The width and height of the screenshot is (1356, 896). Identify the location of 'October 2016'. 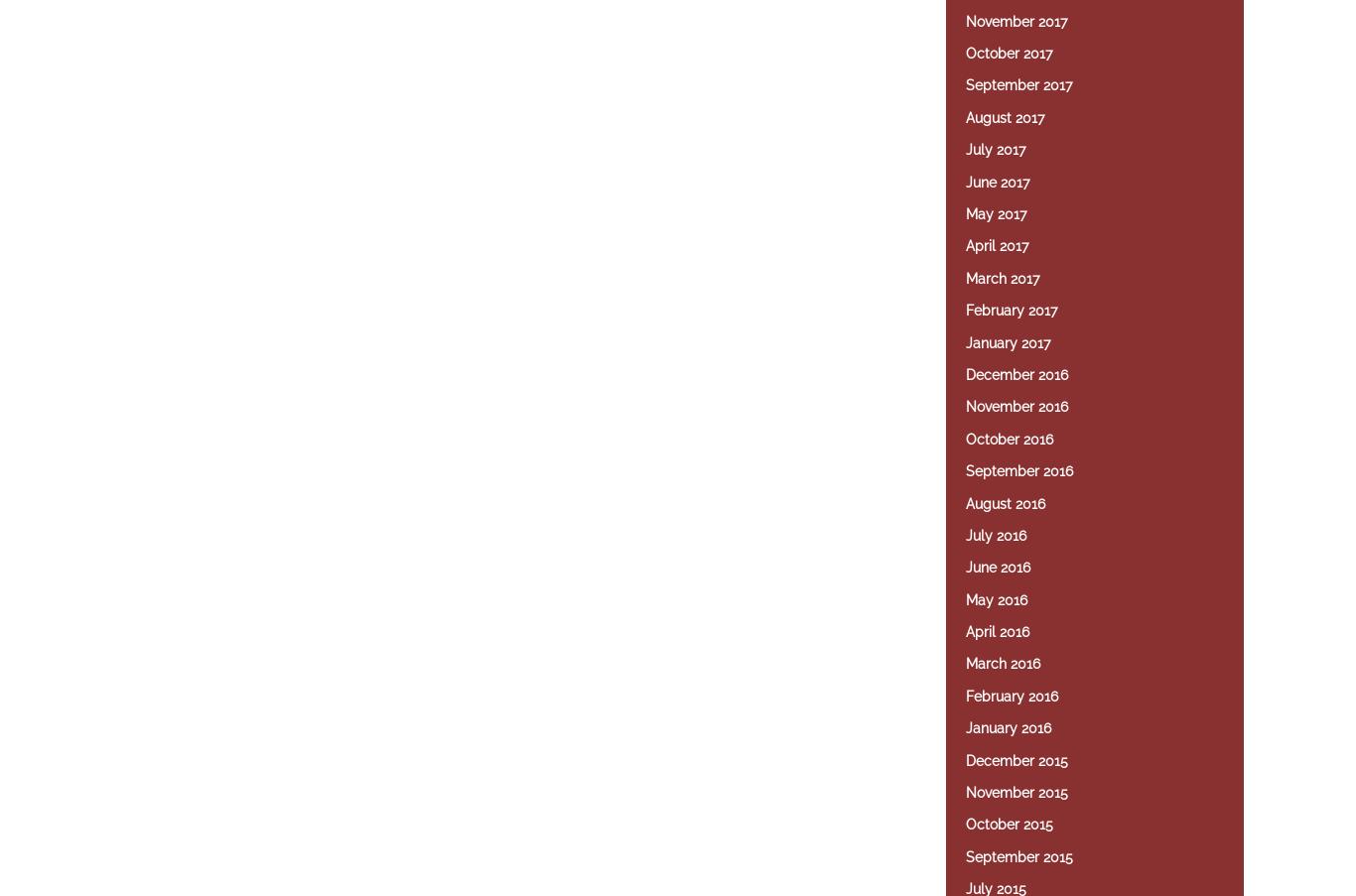
(1009, 438).